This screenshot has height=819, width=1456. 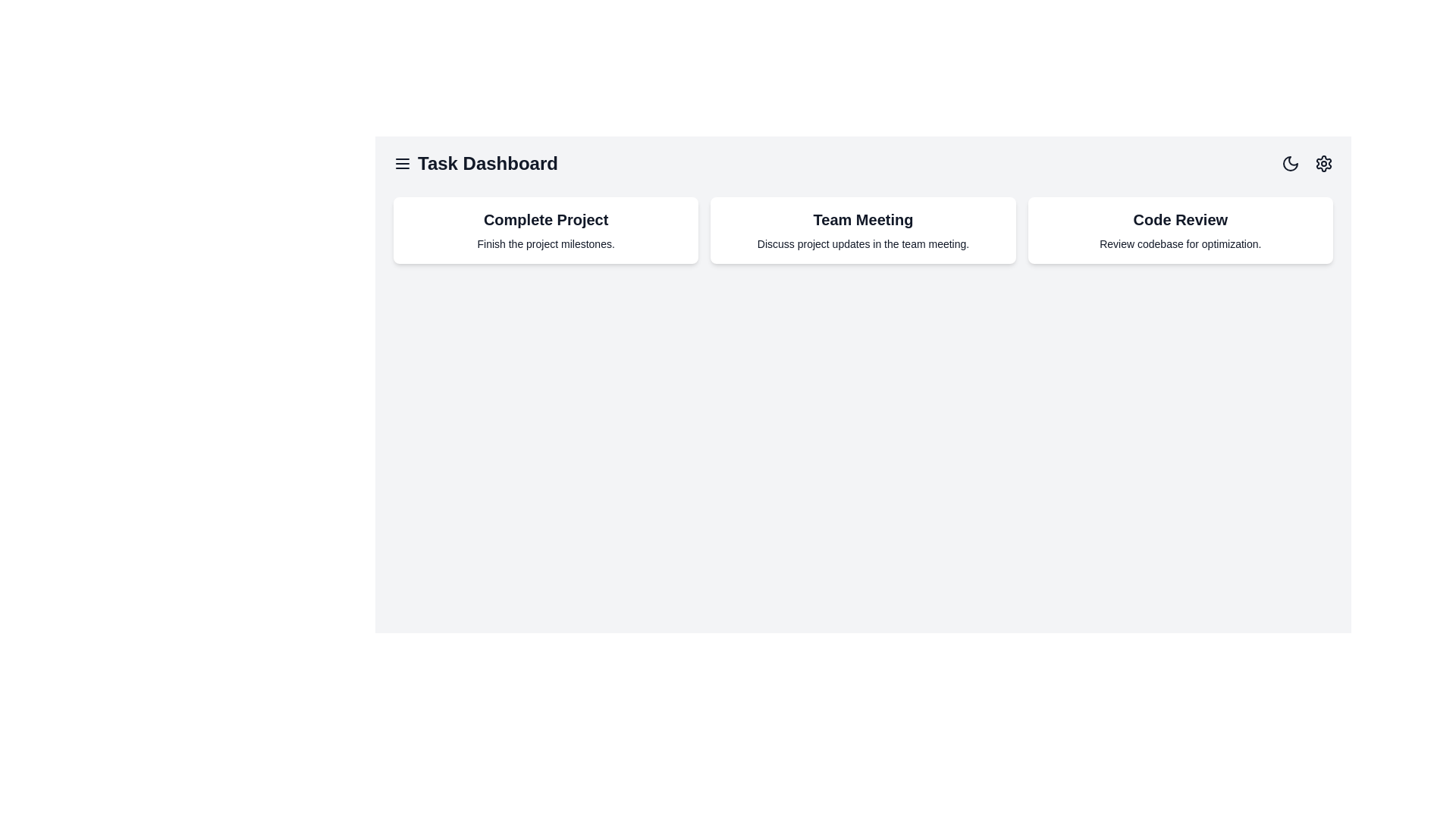 I want to click on on the second card in the grid layout for task management, which allows viewing or editing details related, so click(x=862, y=231).